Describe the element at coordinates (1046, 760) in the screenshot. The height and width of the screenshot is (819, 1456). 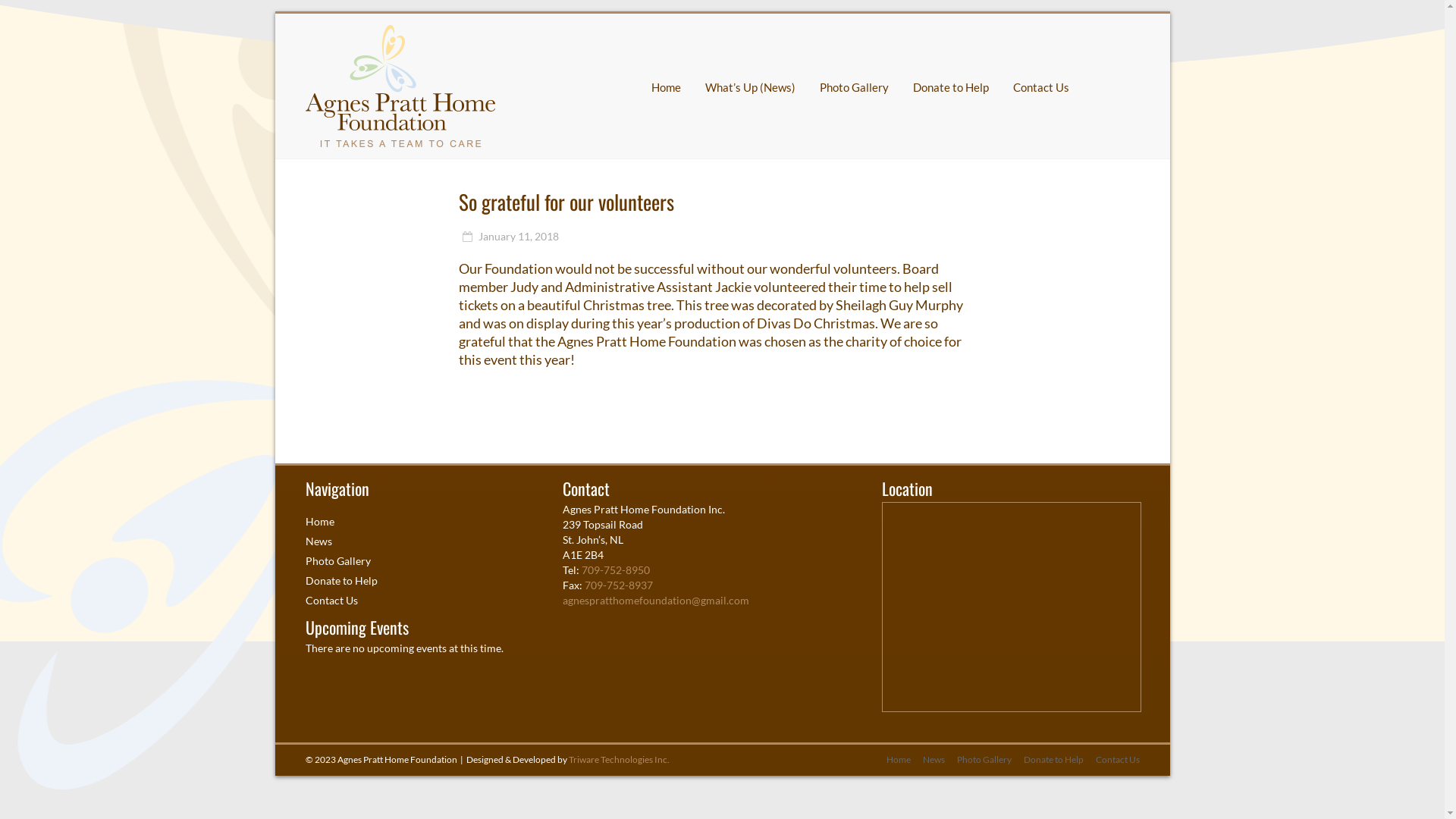
I see `'Donate to Help'` at that location.